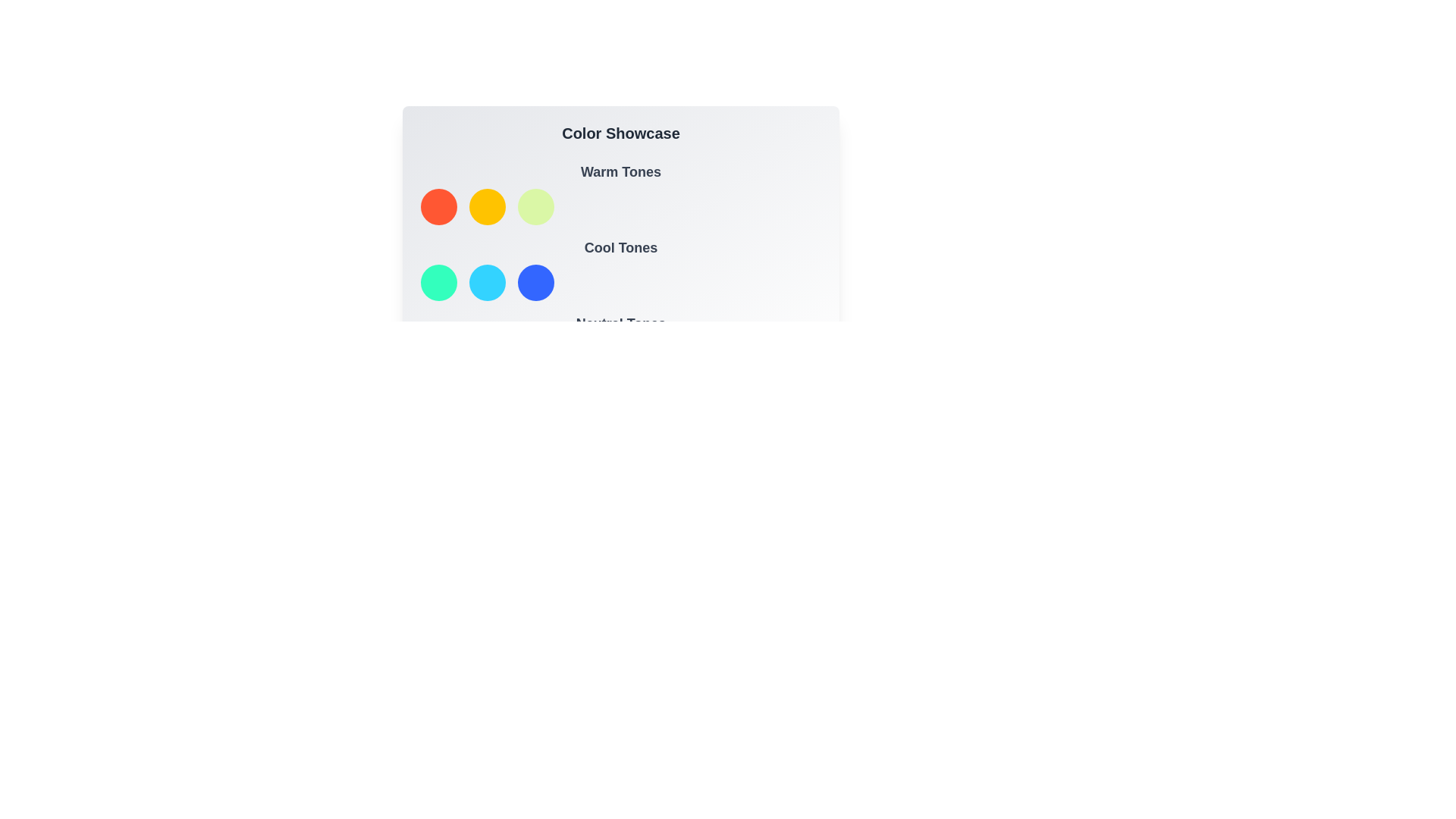  What do you see at coordinates (621, 323) in the screenshot?
I see `text from the Text Label displaying 'Neutral Tones', which is styled with a bold font and dark gray color, positioned centrally below the color swatches` at bounding box center [621, 323].